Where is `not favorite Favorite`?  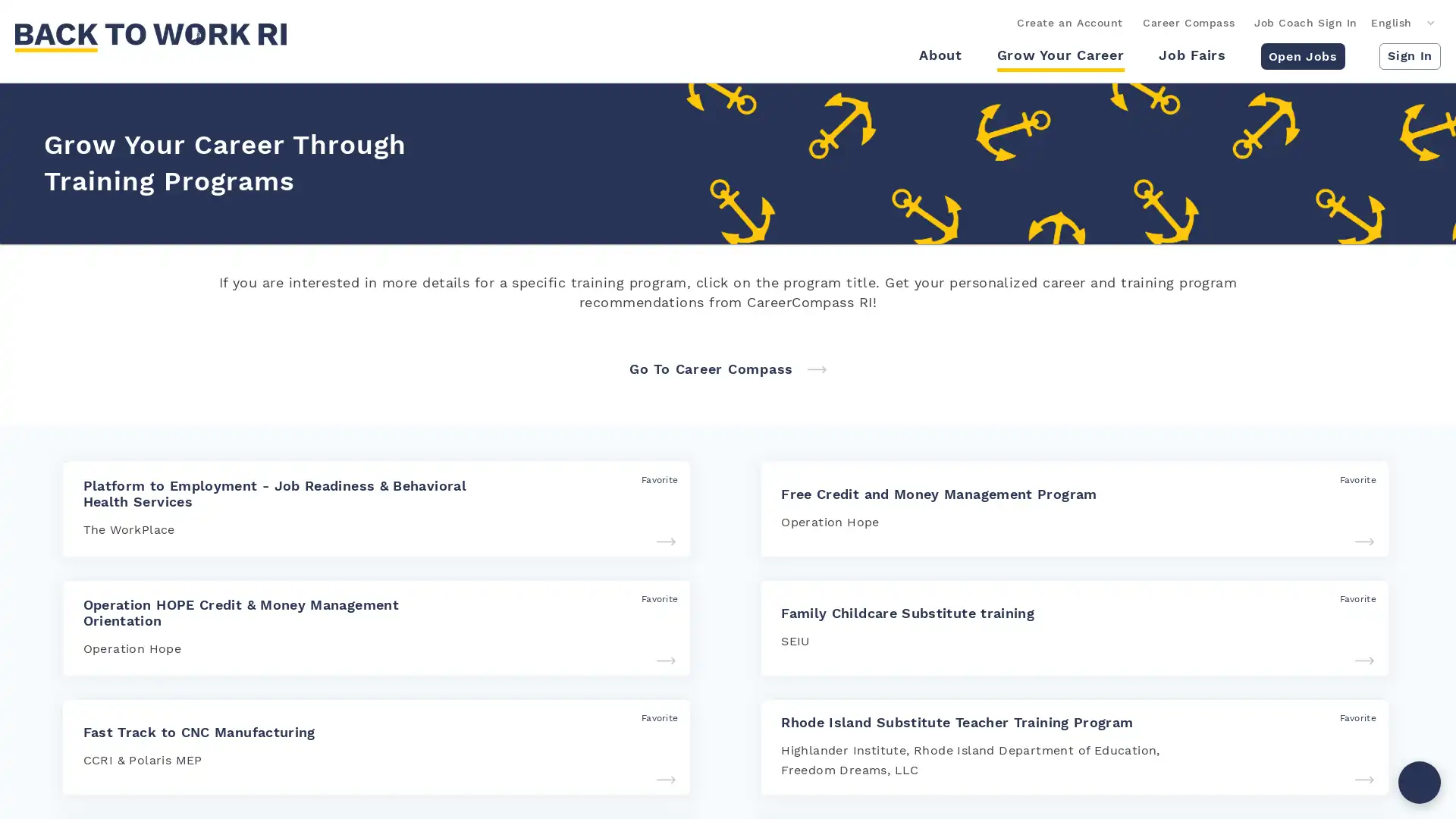
not favorite Favorite is located at coordinates (1349, 479).